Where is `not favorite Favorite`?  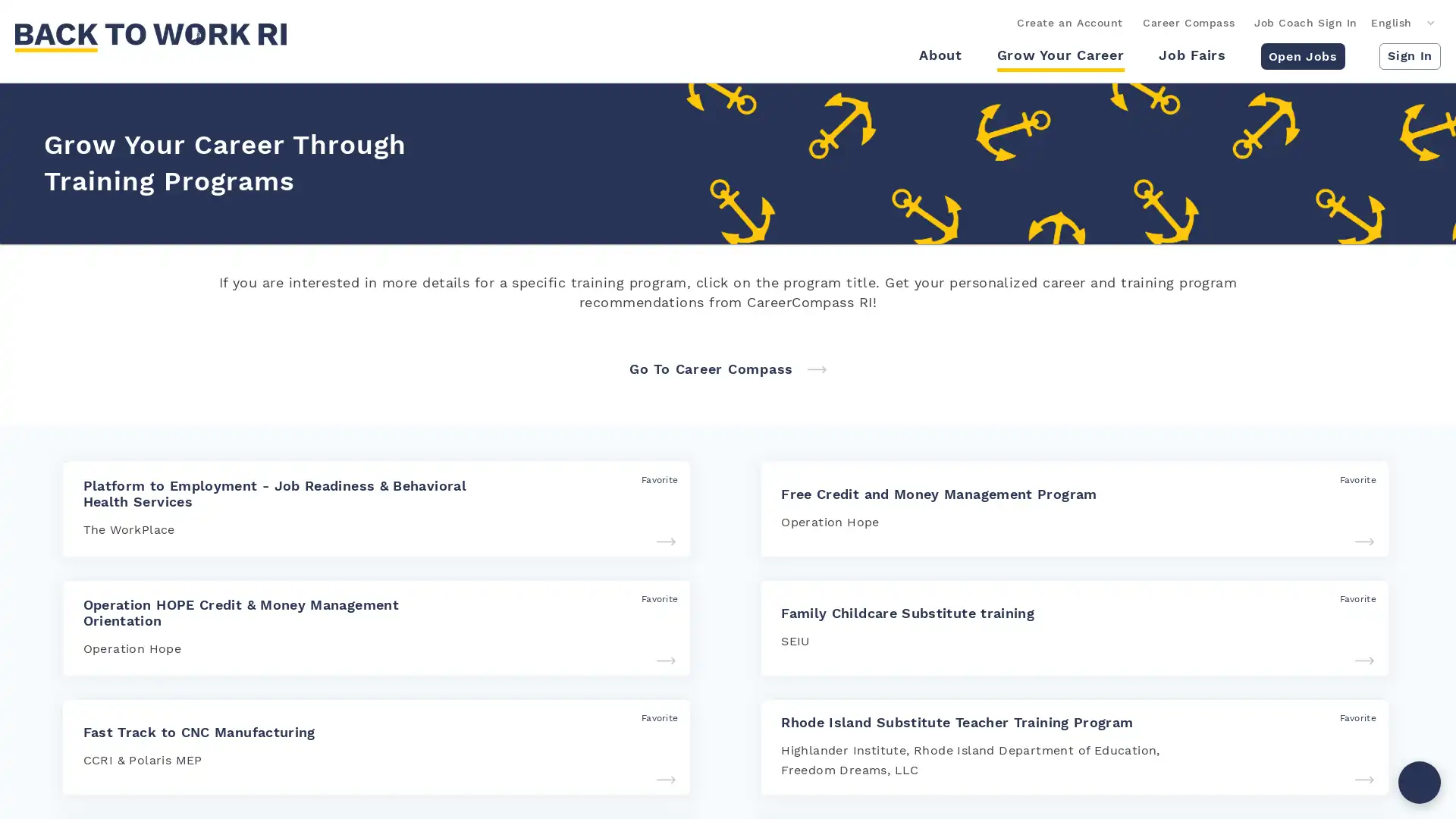
not favorite Favorite is located at coordinates (1349, 479).